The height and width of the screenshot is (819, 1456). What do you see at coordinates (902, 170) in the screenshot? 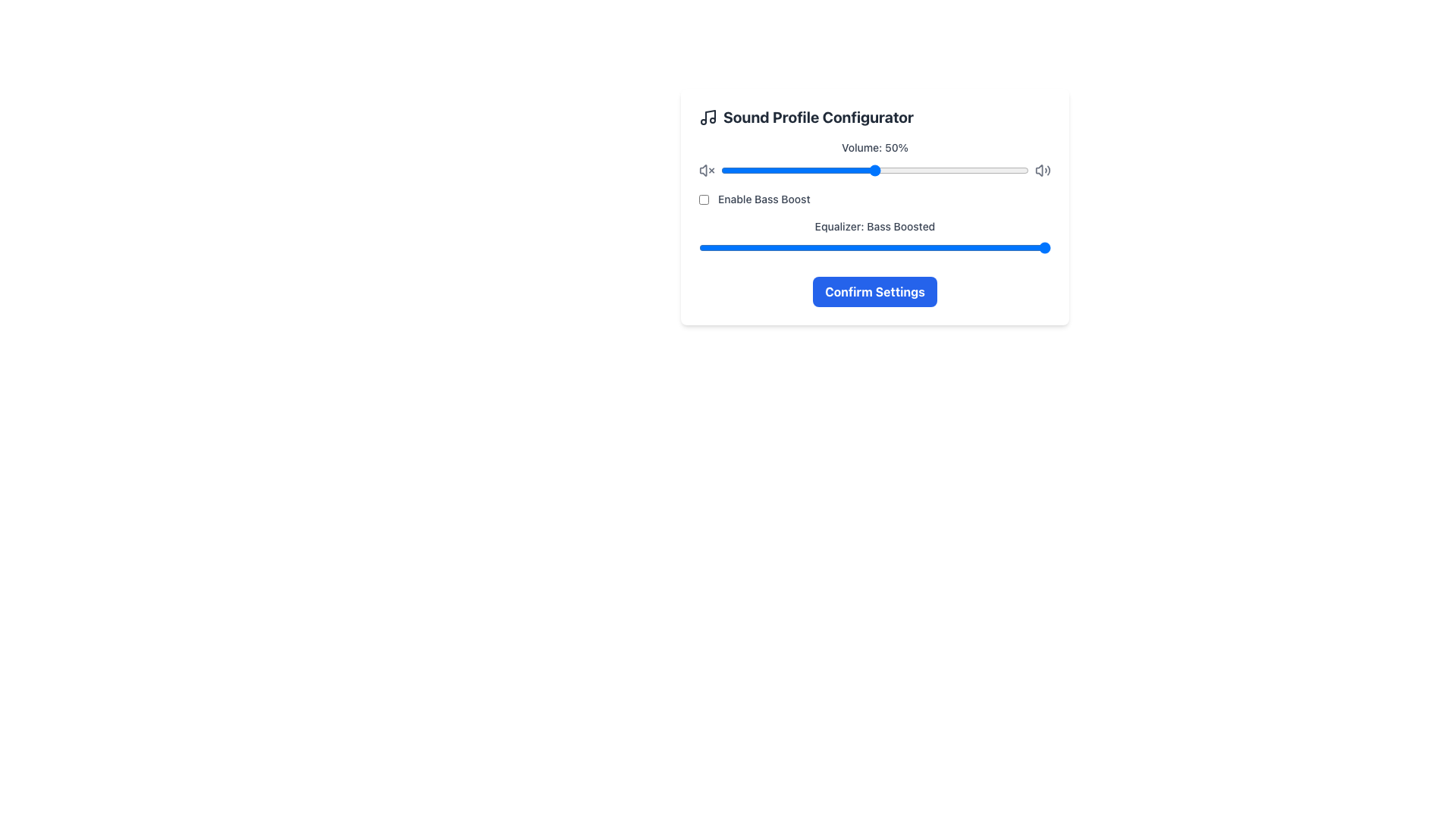
I see `volume` at bounding box center [902, 170].